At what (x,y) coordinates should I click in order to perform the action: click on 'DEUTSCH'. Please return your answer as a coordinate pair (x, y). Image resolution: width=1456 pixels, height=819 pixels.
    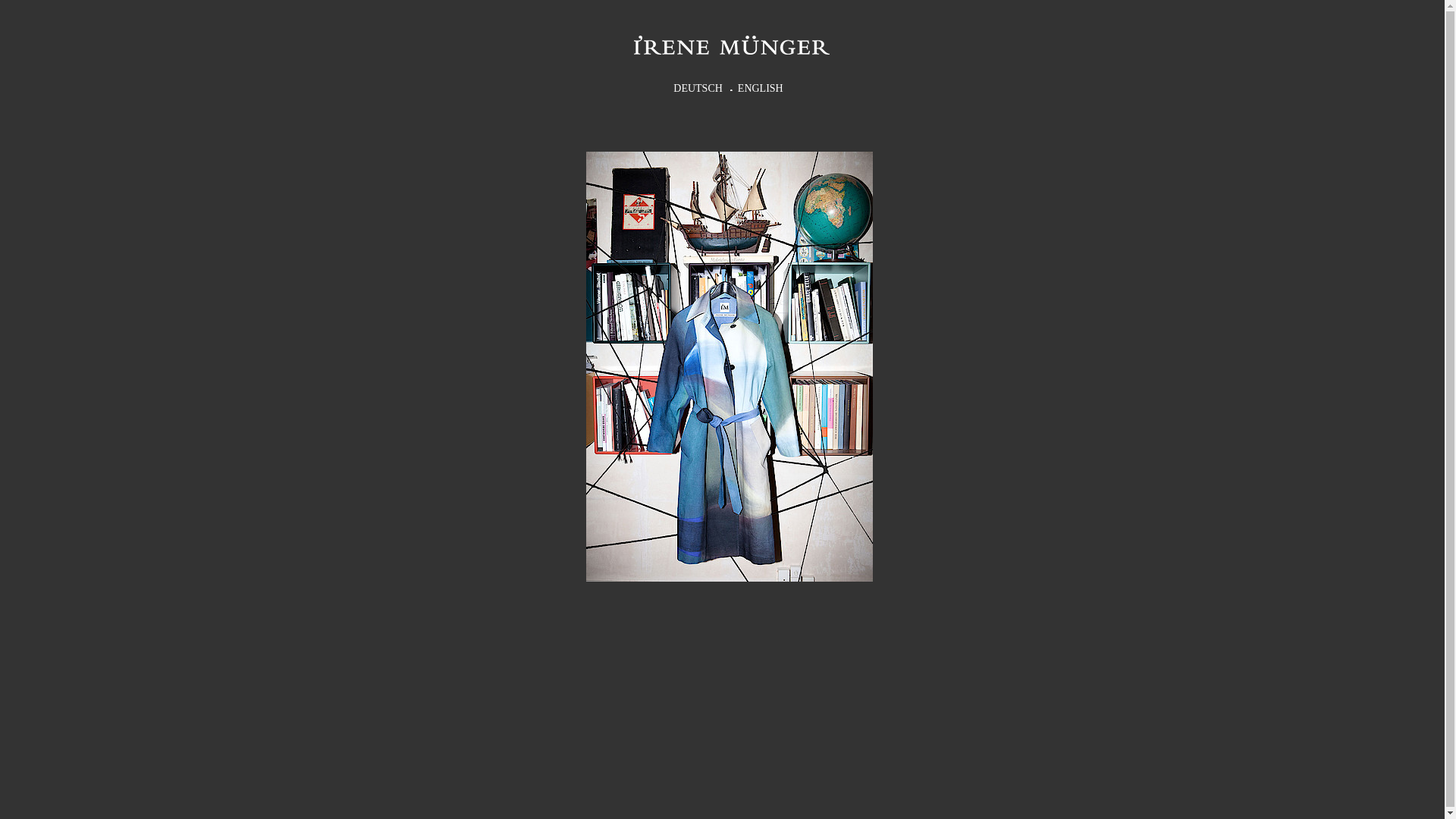
    Looking at the image, I should click on (697, 85).